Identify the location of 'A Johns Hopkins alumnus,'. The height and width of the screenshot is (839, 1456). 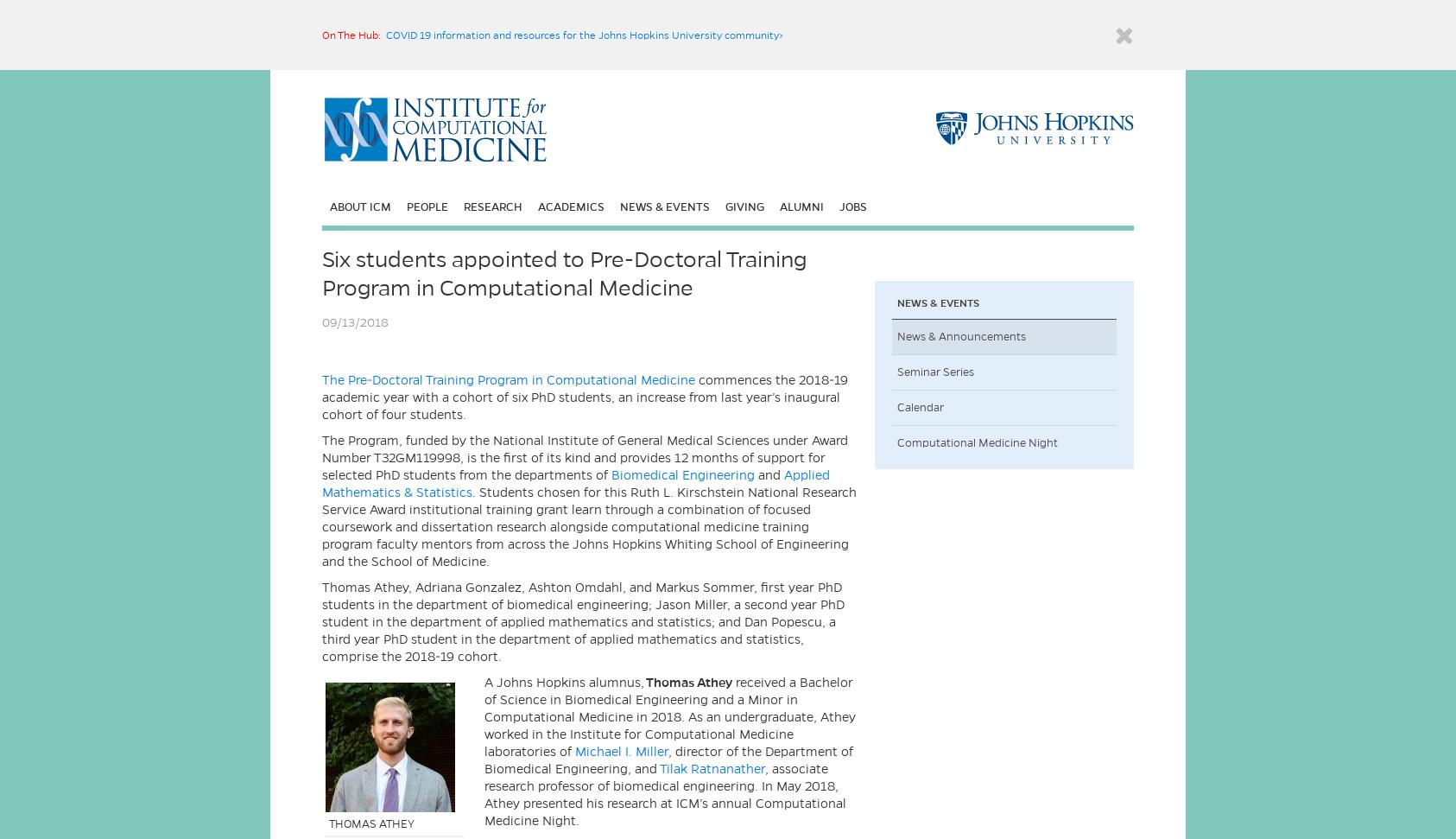
(484, 682).